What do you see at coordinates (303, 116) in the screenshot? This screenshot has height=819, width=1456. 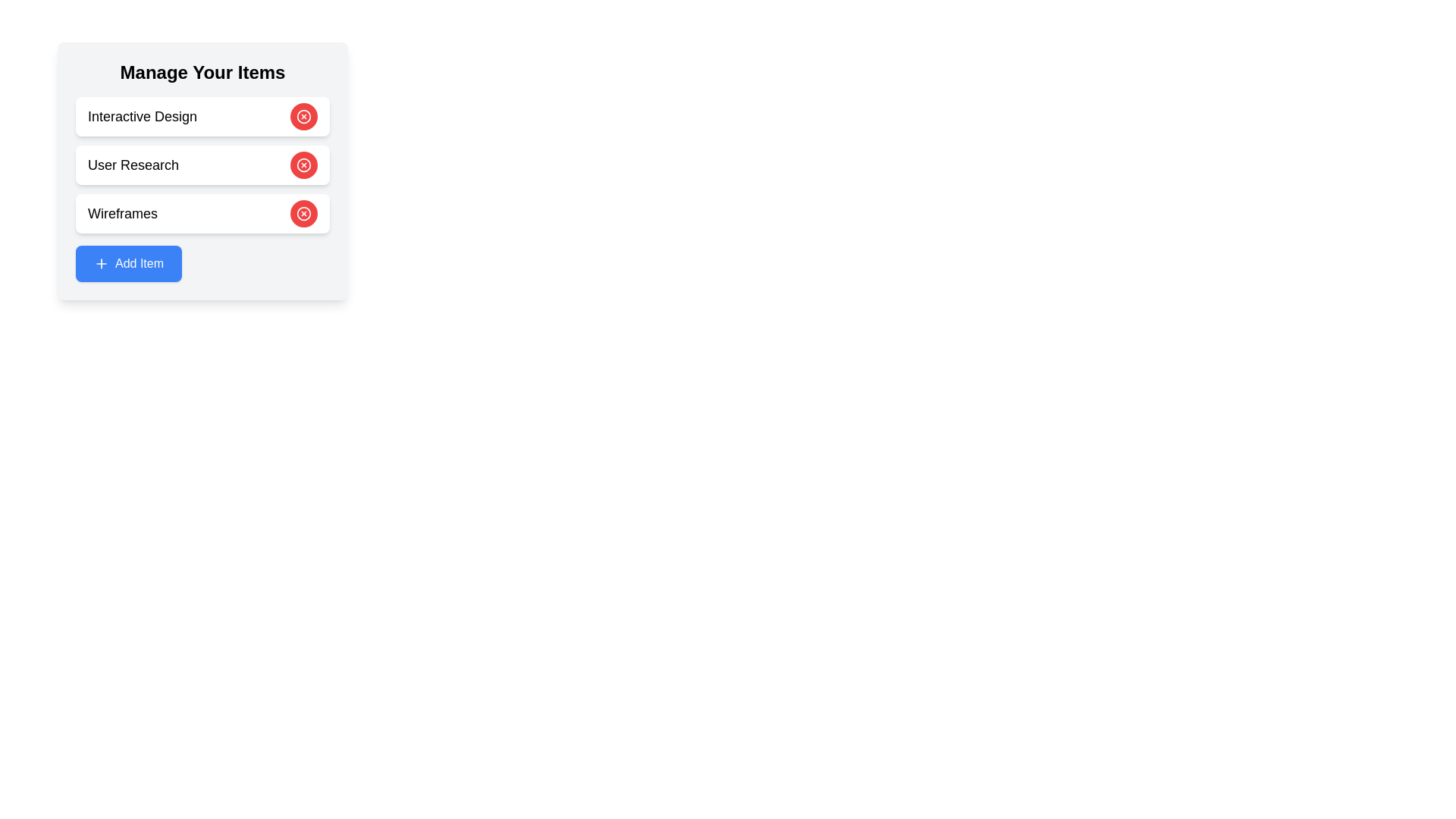 I see `'Remove' button for the item with content Interactive Design` at bounding box center [303, 116].